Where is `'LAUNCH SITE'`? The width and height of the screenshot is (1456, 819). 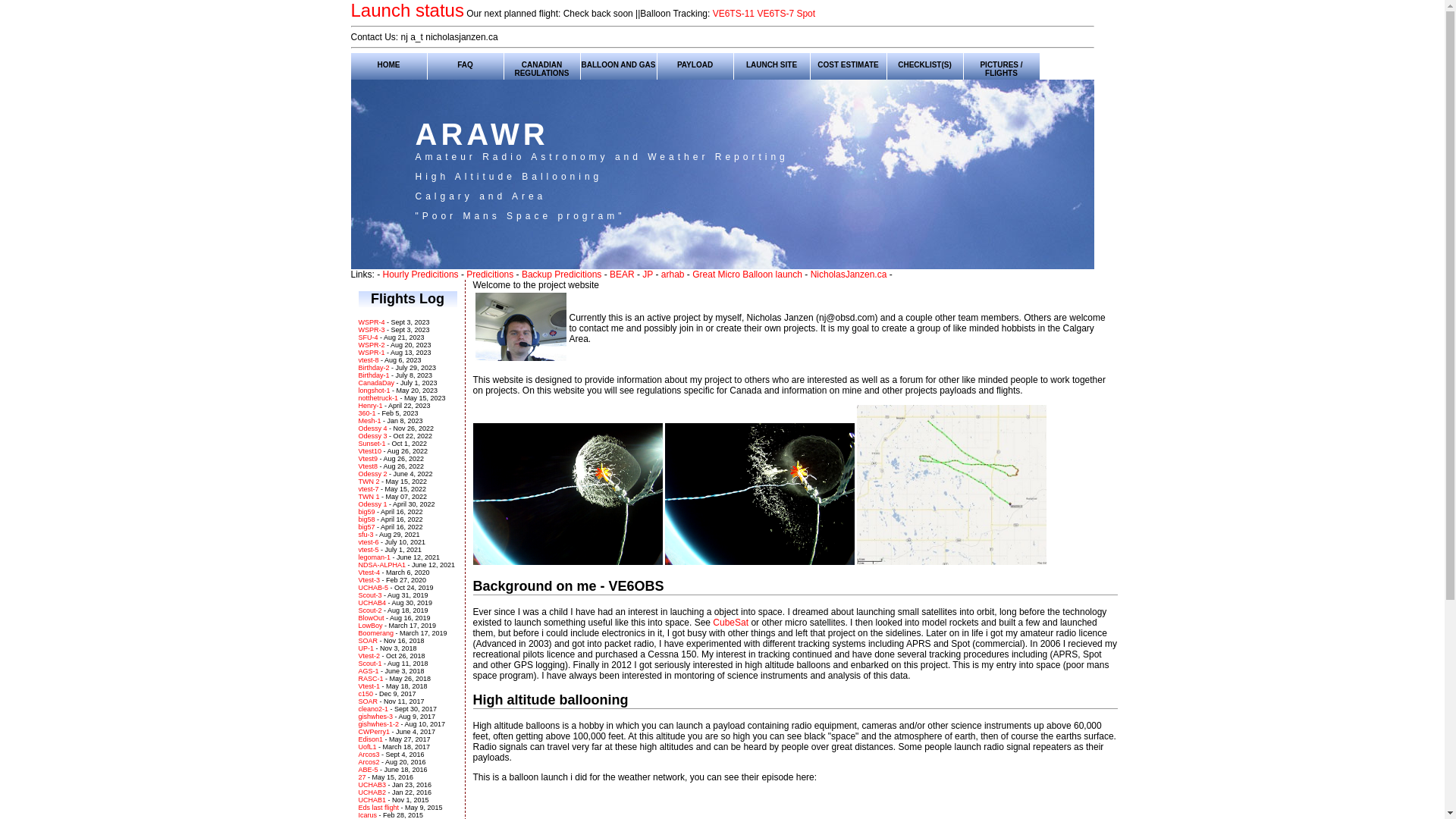
'LAUNCH SITE' is located at coordinates (771, 63).